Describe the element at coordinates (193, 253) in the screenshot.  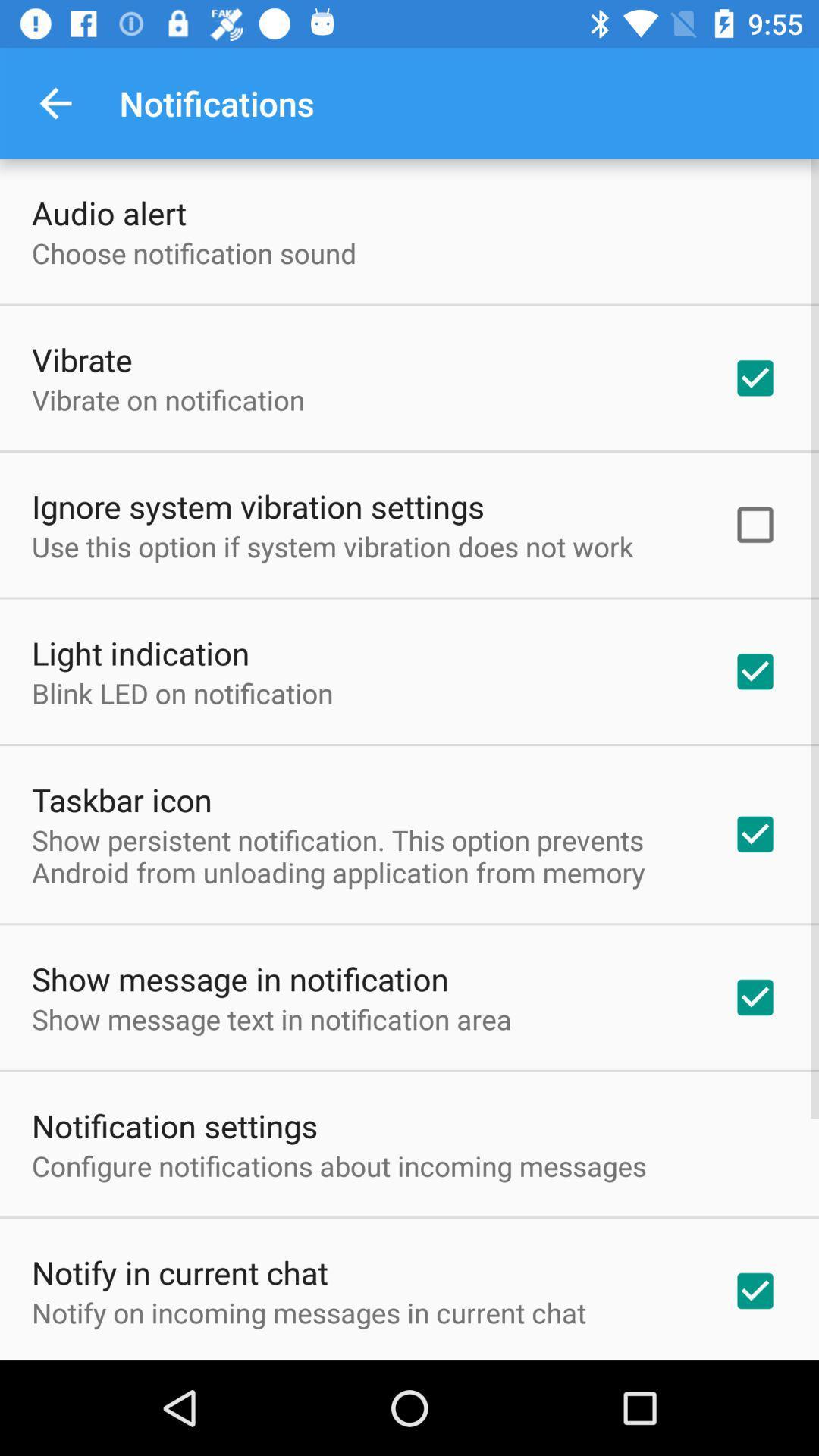
I see `choose notification sound` at that location.